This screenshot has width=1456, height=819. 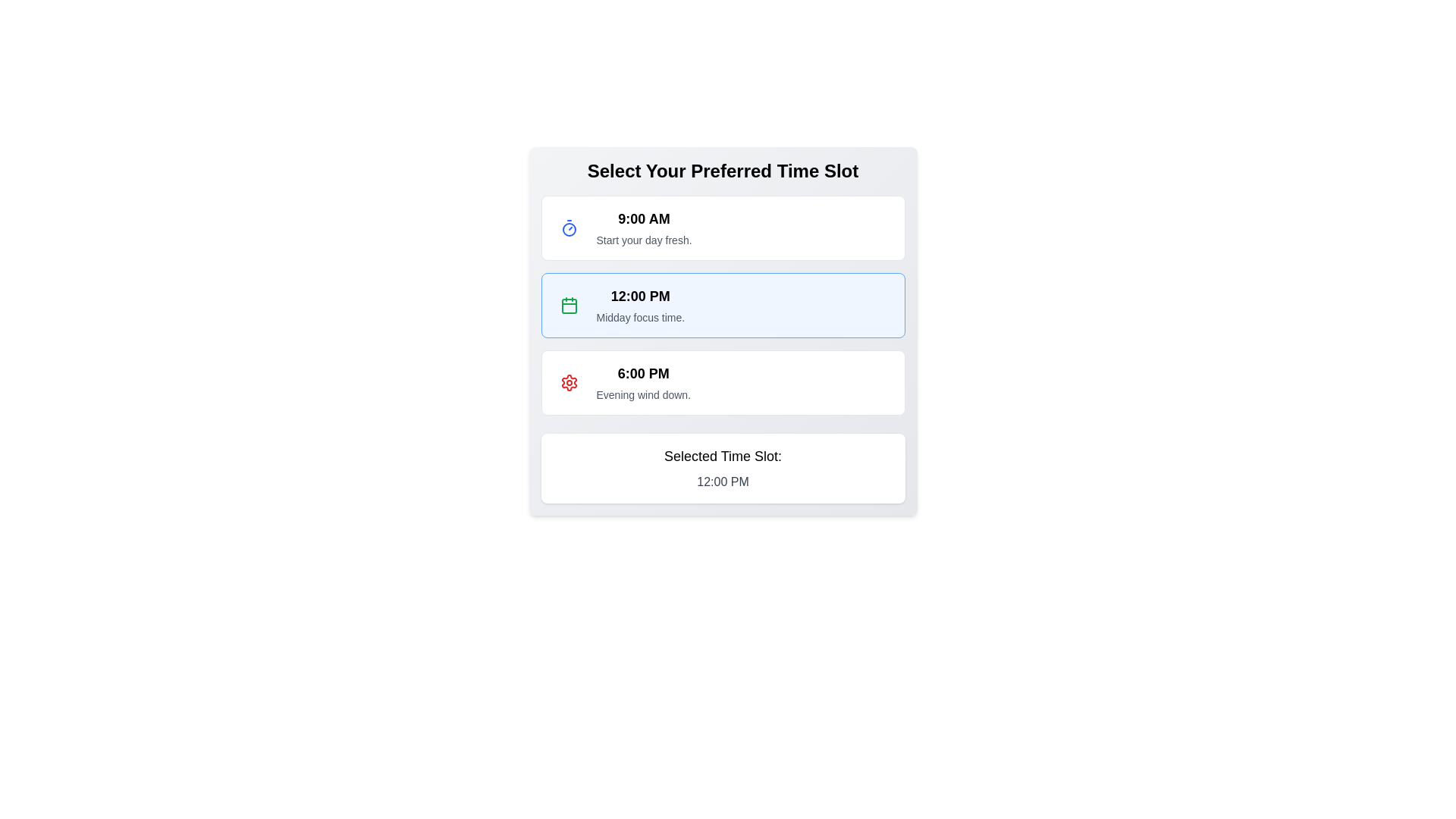 I want to click on the text label displaying the currently selected time, located in the 'Selected Time Slot' summary section below the 'Selected Time Slot:' label, so click(x=722, y=482).